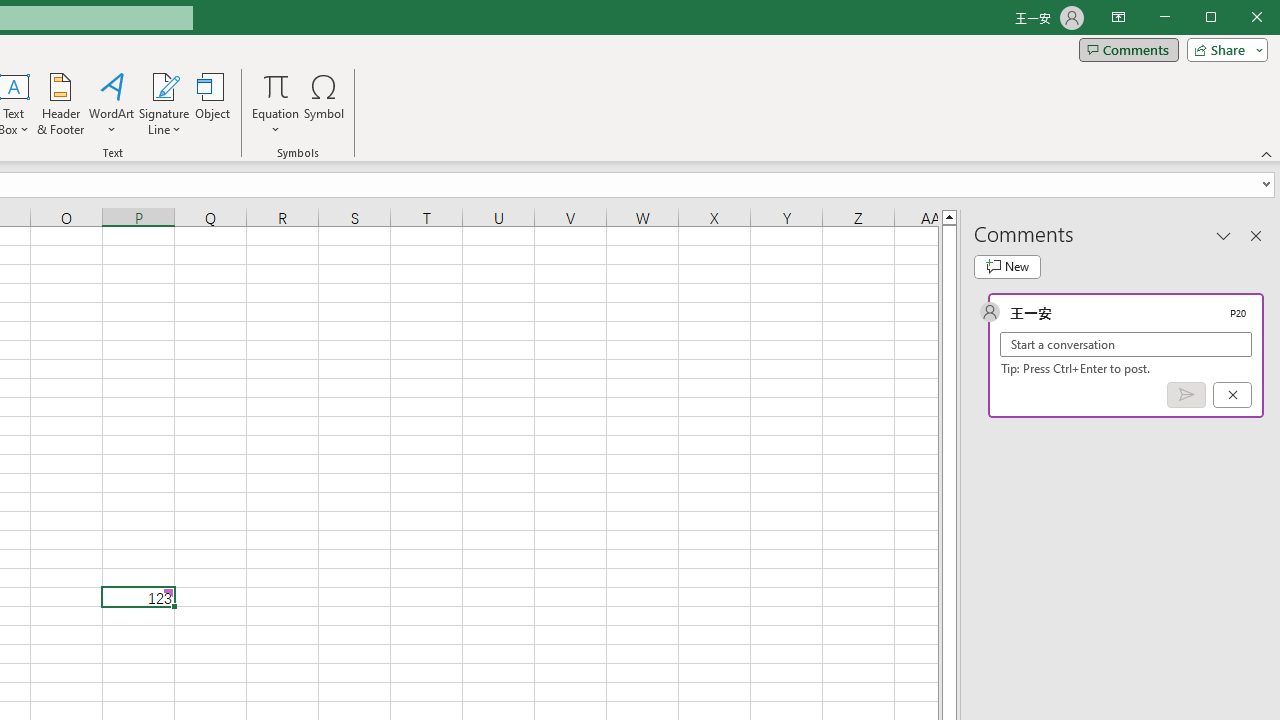 This screenshot has width=1280, height=720. What do you see at coordinates (1216, 19) in the screenshot?
I see `'Minimize'` at bounding box center [1216, 19].